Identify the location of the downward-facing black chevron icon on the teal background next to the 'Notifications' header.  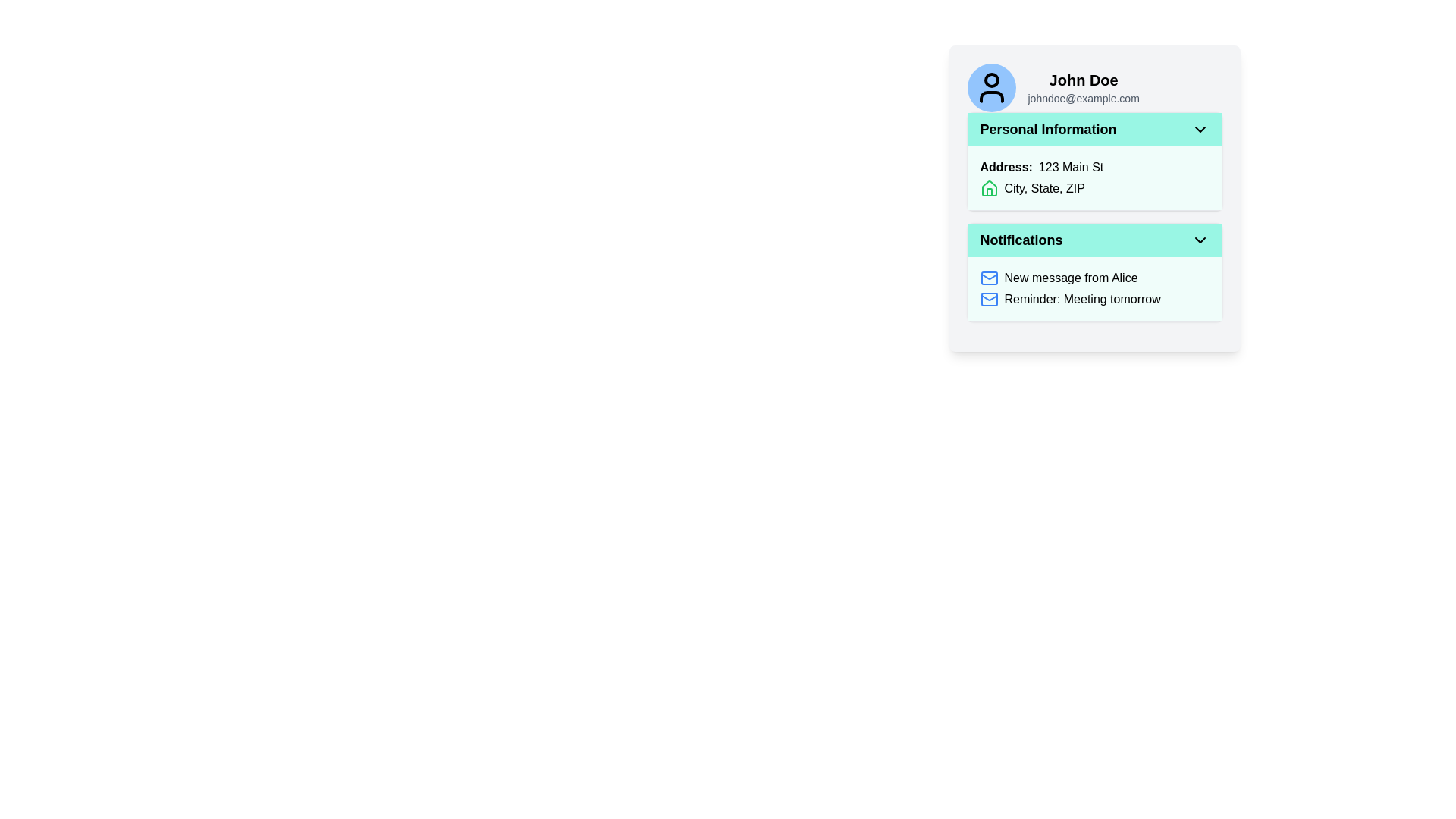
(1199, 239).